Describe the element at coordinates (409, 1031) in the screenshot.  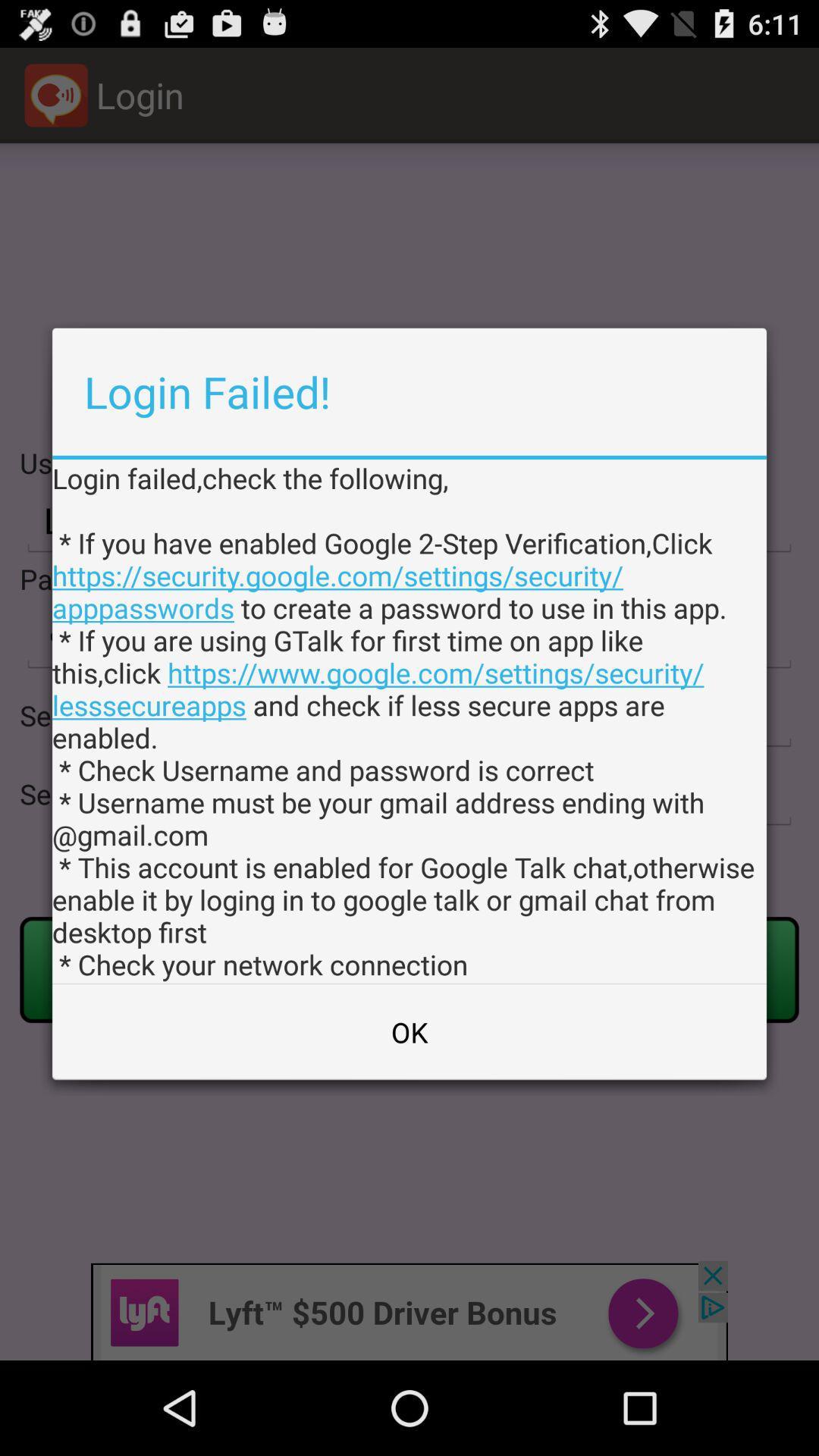
I see `the ok at the bottom` at that location.